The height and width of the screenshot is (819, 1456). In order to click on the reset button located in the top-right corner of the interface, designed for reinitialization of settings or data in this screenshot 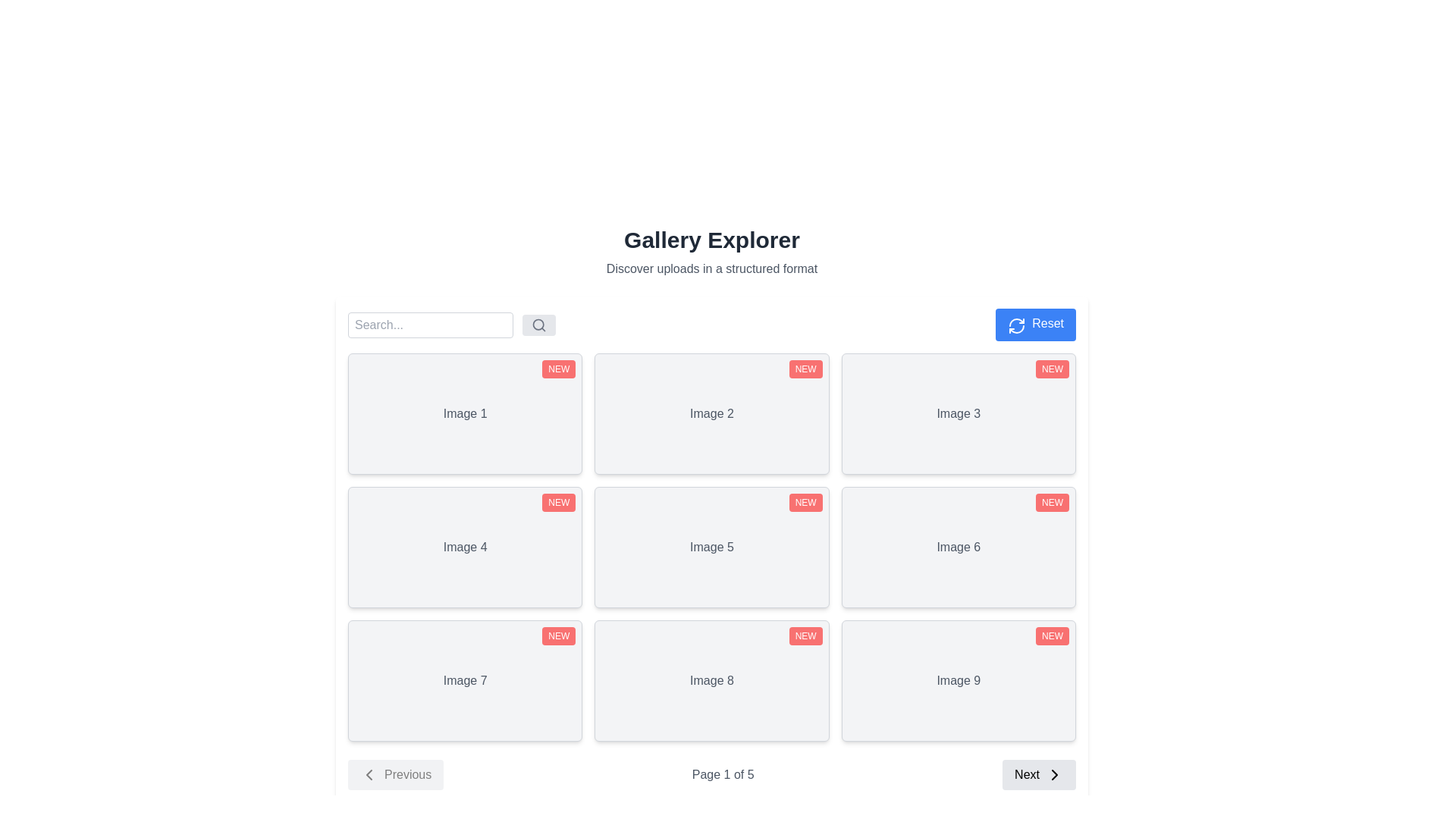, I will do `click(1035, 324)`.